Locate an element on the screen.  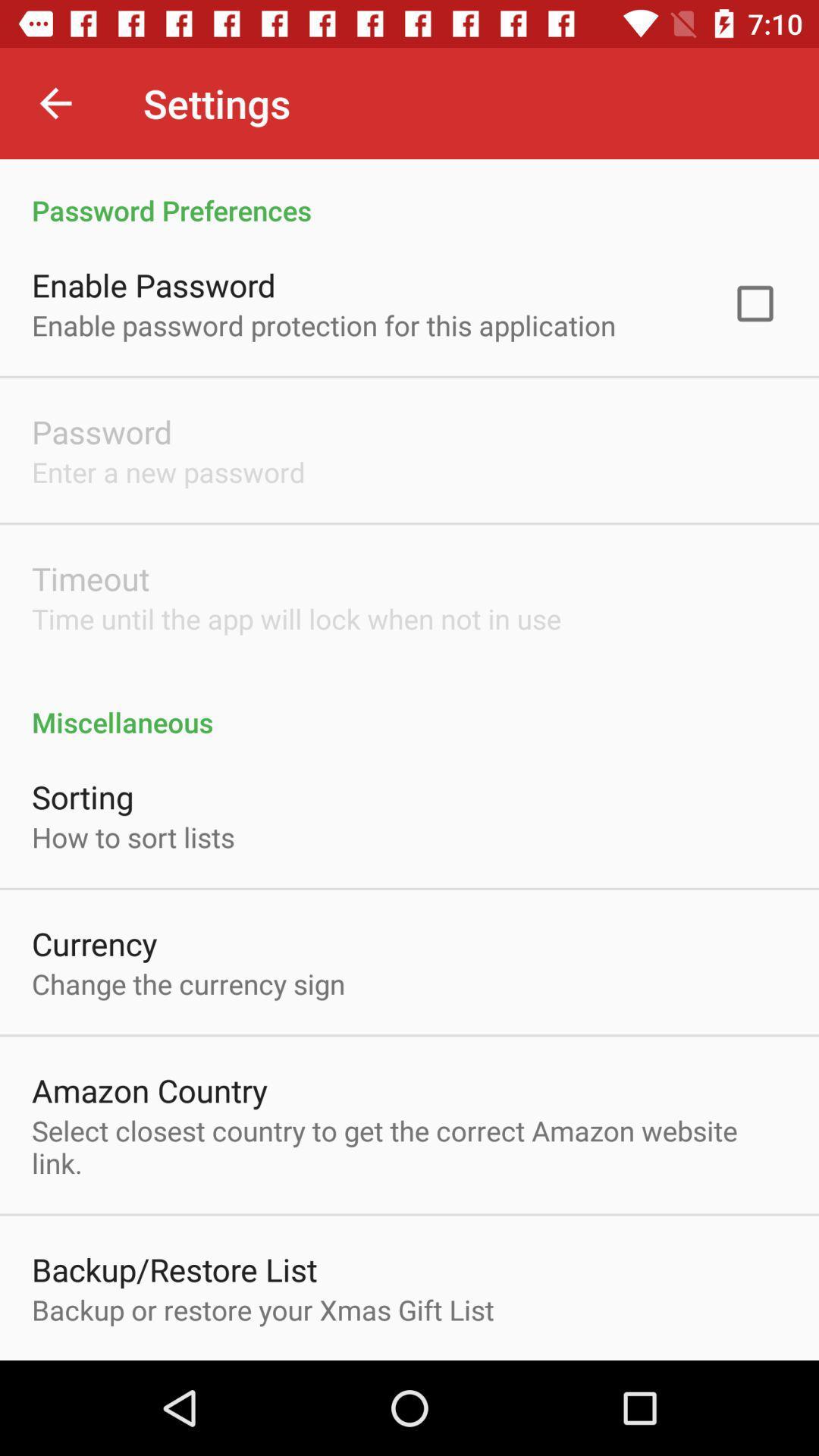
time until the icon is located at coordinates (297, 619).